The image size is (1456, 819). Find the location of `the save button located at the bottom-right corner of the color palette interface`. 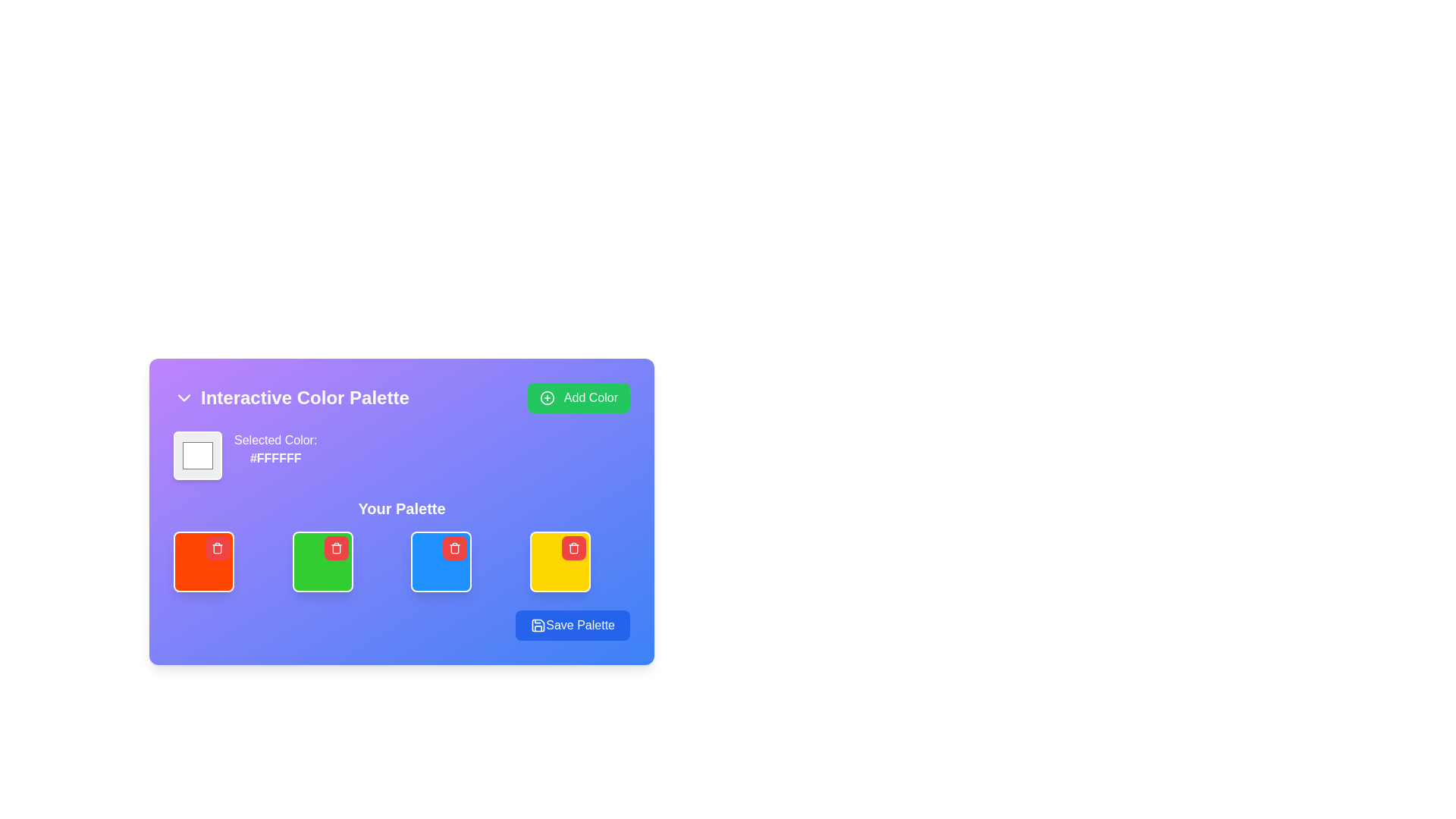

the save button located at the bottom-right corner of the color palette interface is located at coordinates (572, 626).